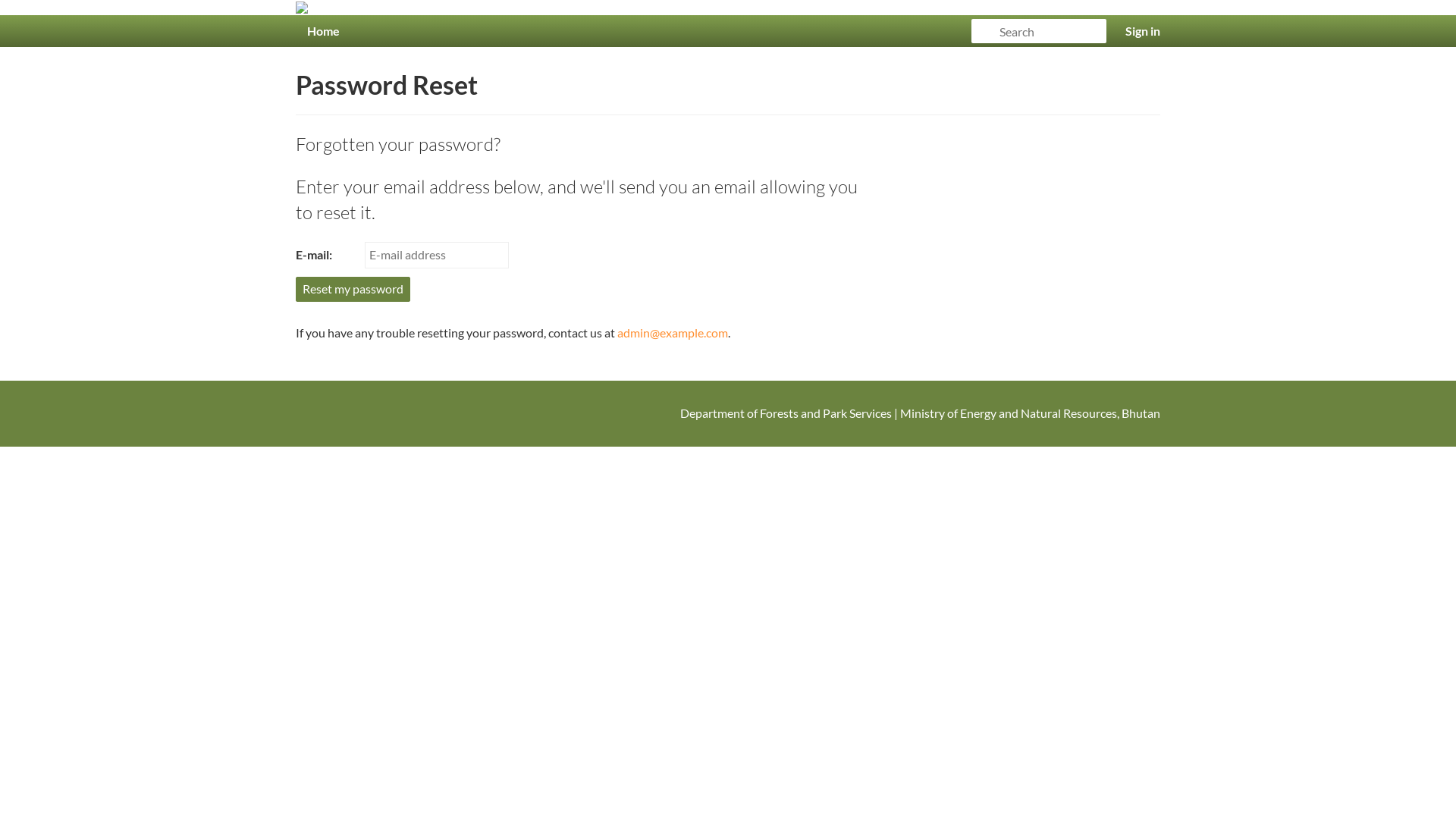  Describe the element at coordinates (322, 31) in the screenshot. I see `'Home'` at that location.